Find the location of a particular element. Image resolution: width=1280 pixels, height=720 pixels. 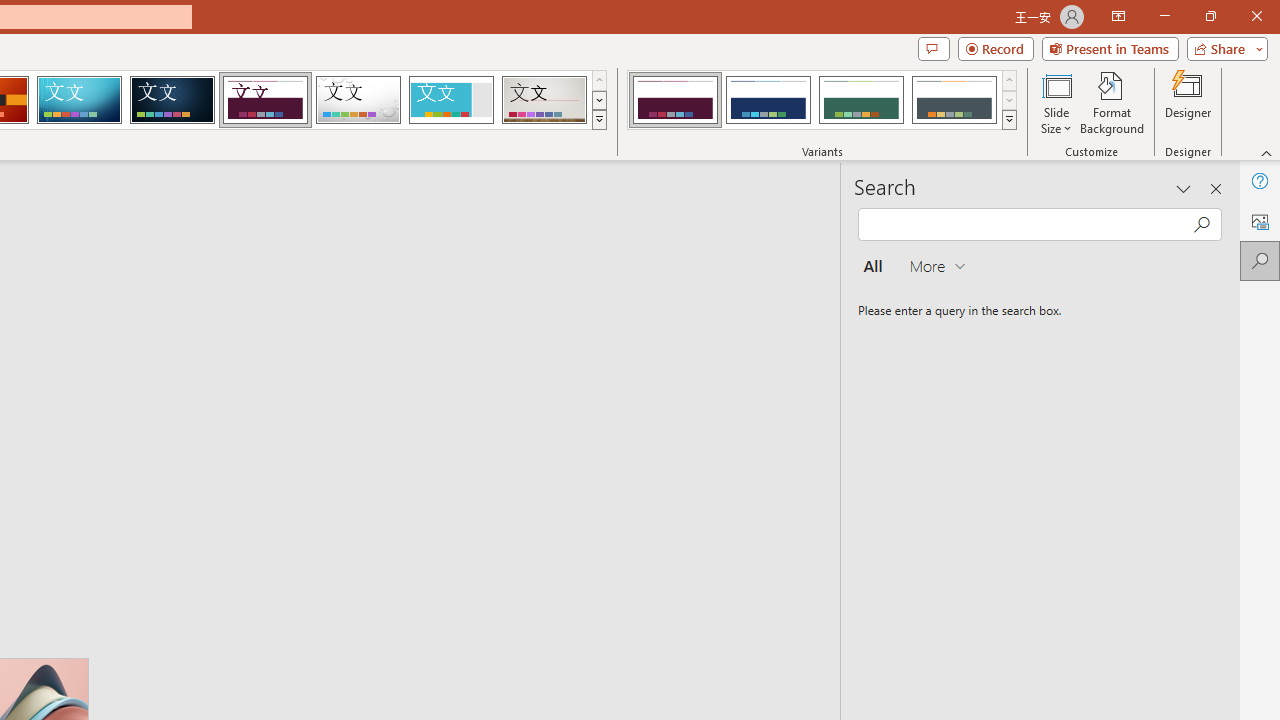

'Dividend Variant 4' is located at coordinates (953, 100).